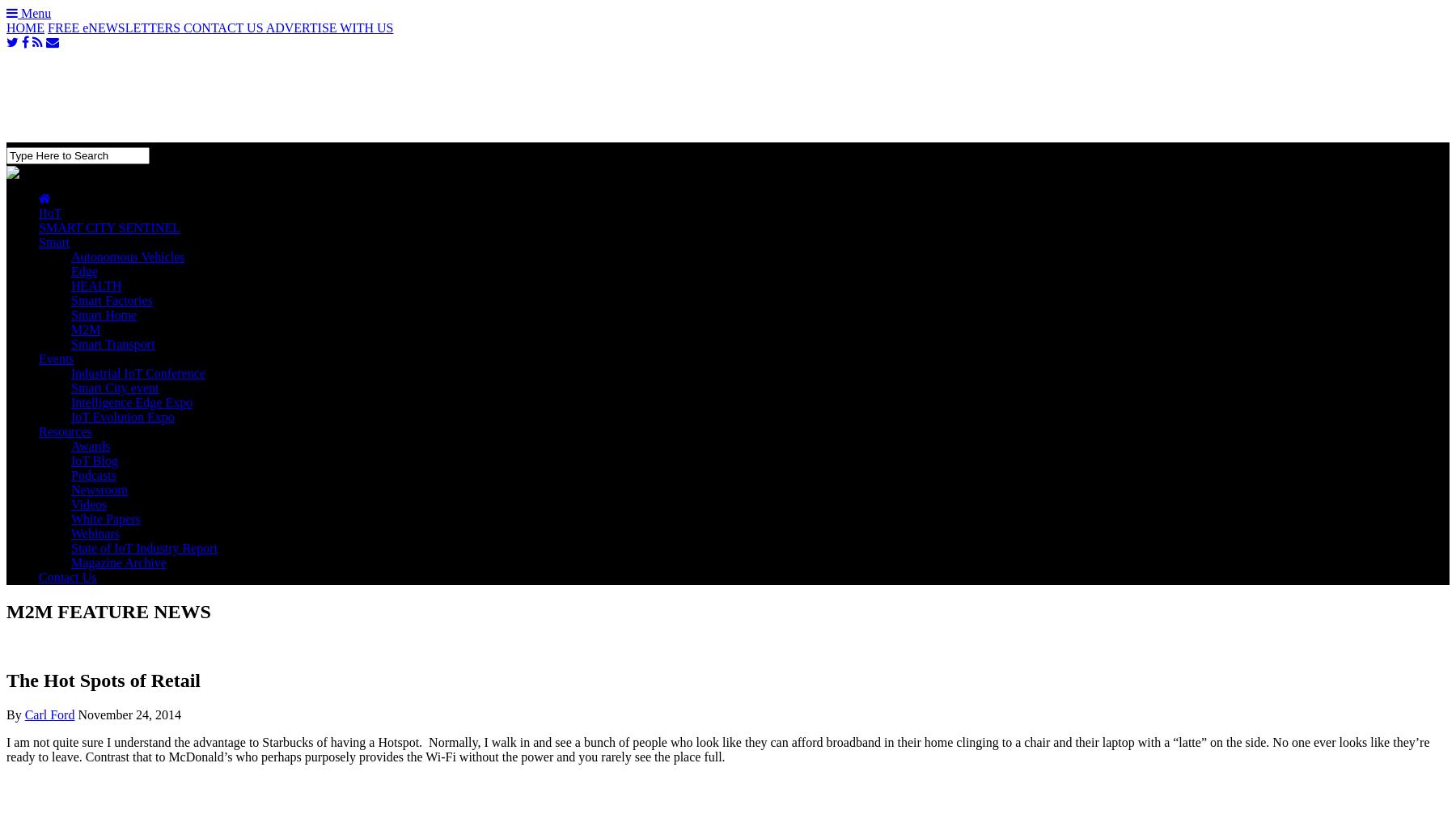 The image size is (1456, 814). I want to click on 'November 24, 2014', so click(129, 713).